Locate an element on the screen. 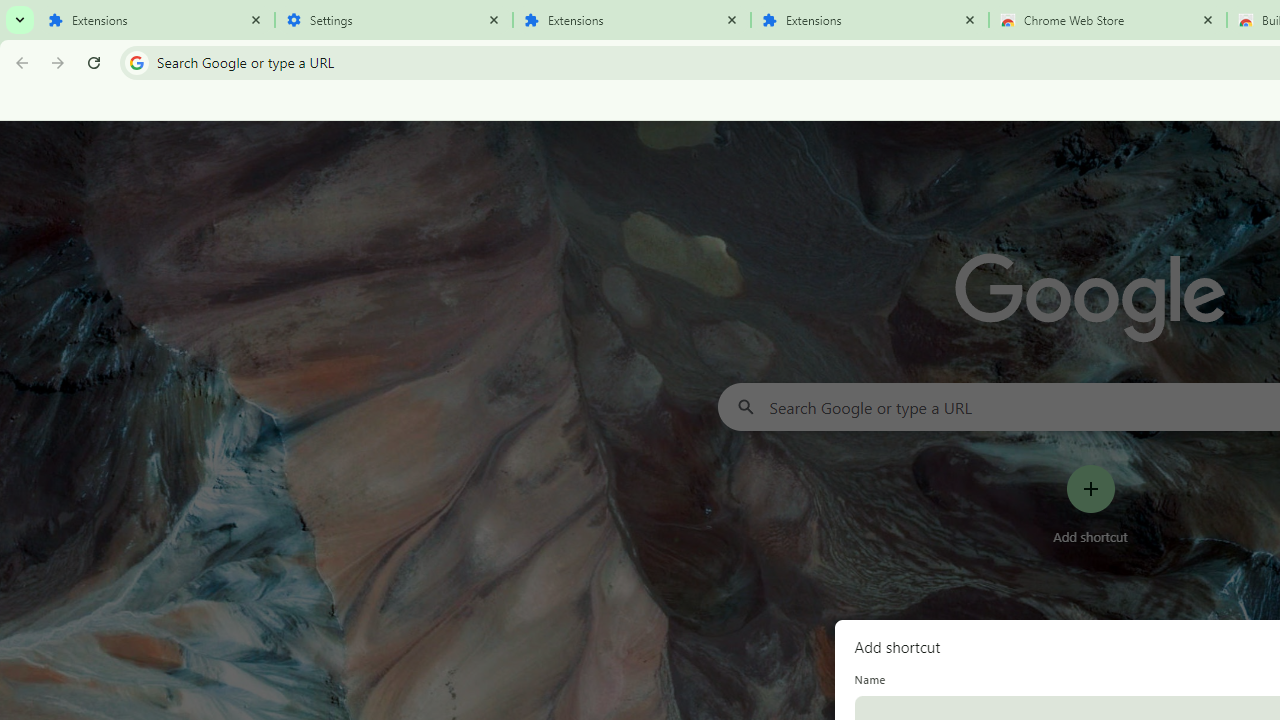  'Settings' is located at coordinates (394, 20).